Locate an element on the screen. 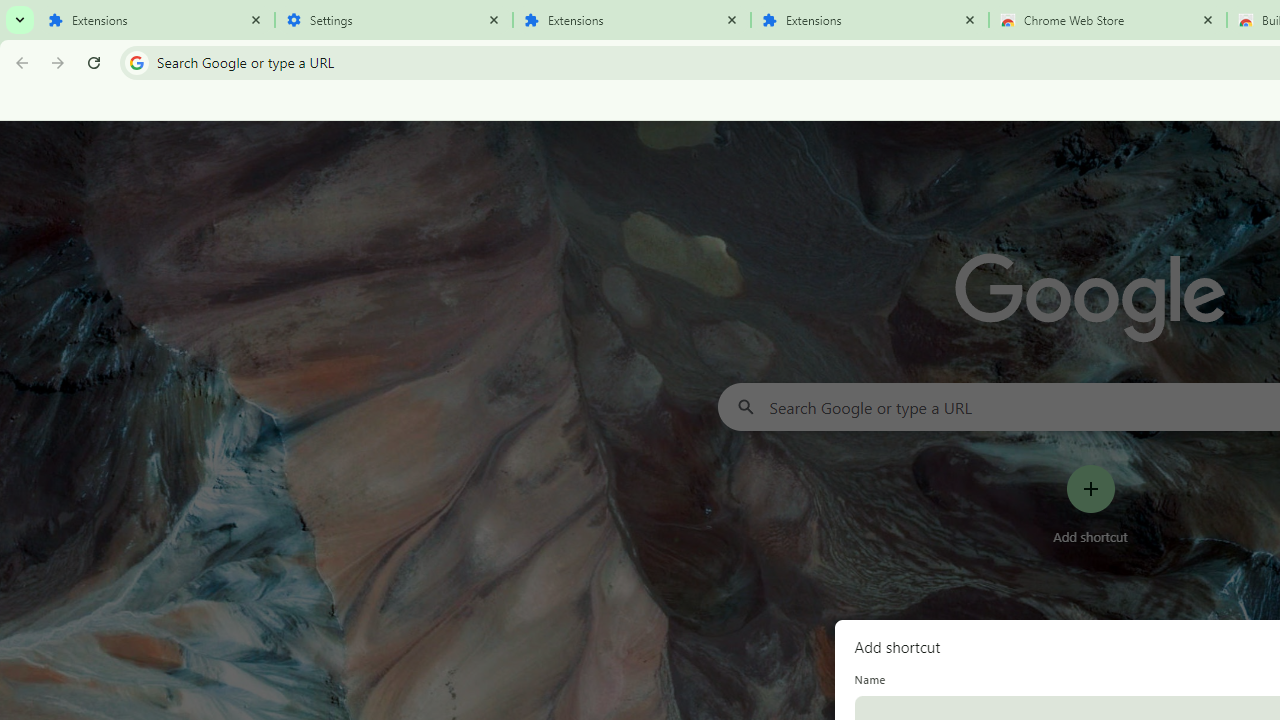  'Settings' is located at coordinates (394, 20).